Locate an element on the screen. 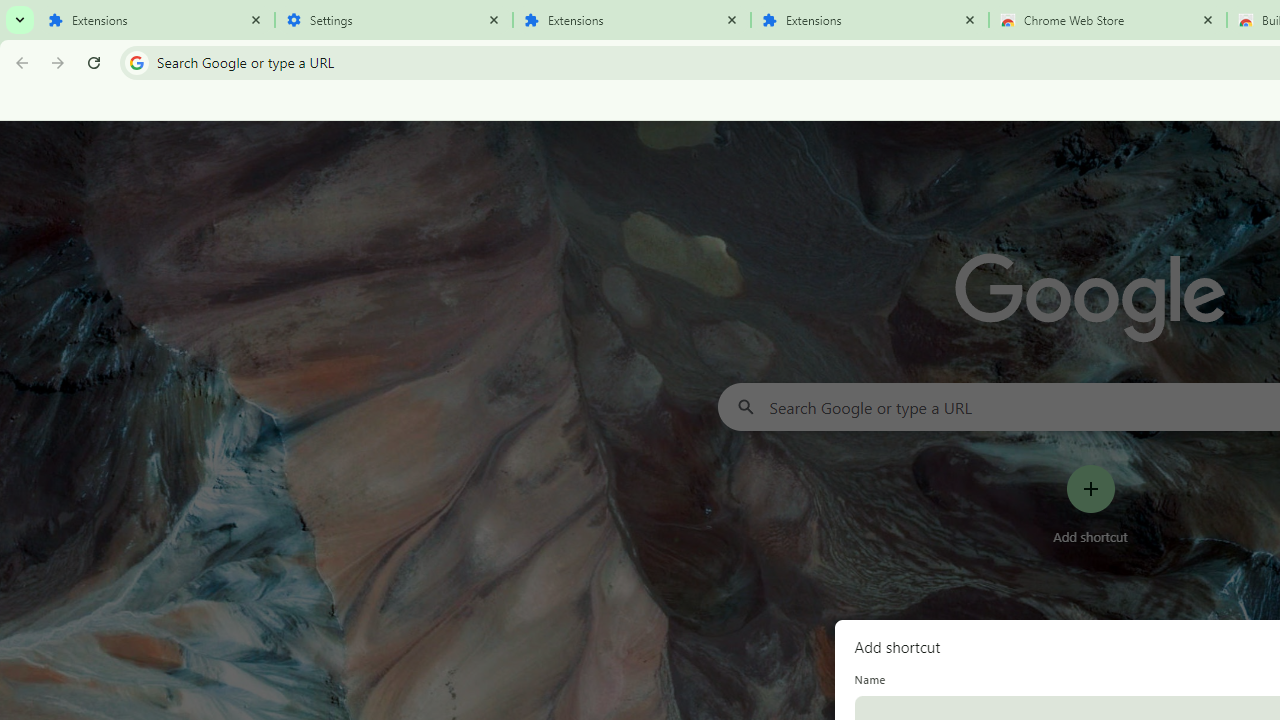  'Settings' is located at coordinates (394, 20).